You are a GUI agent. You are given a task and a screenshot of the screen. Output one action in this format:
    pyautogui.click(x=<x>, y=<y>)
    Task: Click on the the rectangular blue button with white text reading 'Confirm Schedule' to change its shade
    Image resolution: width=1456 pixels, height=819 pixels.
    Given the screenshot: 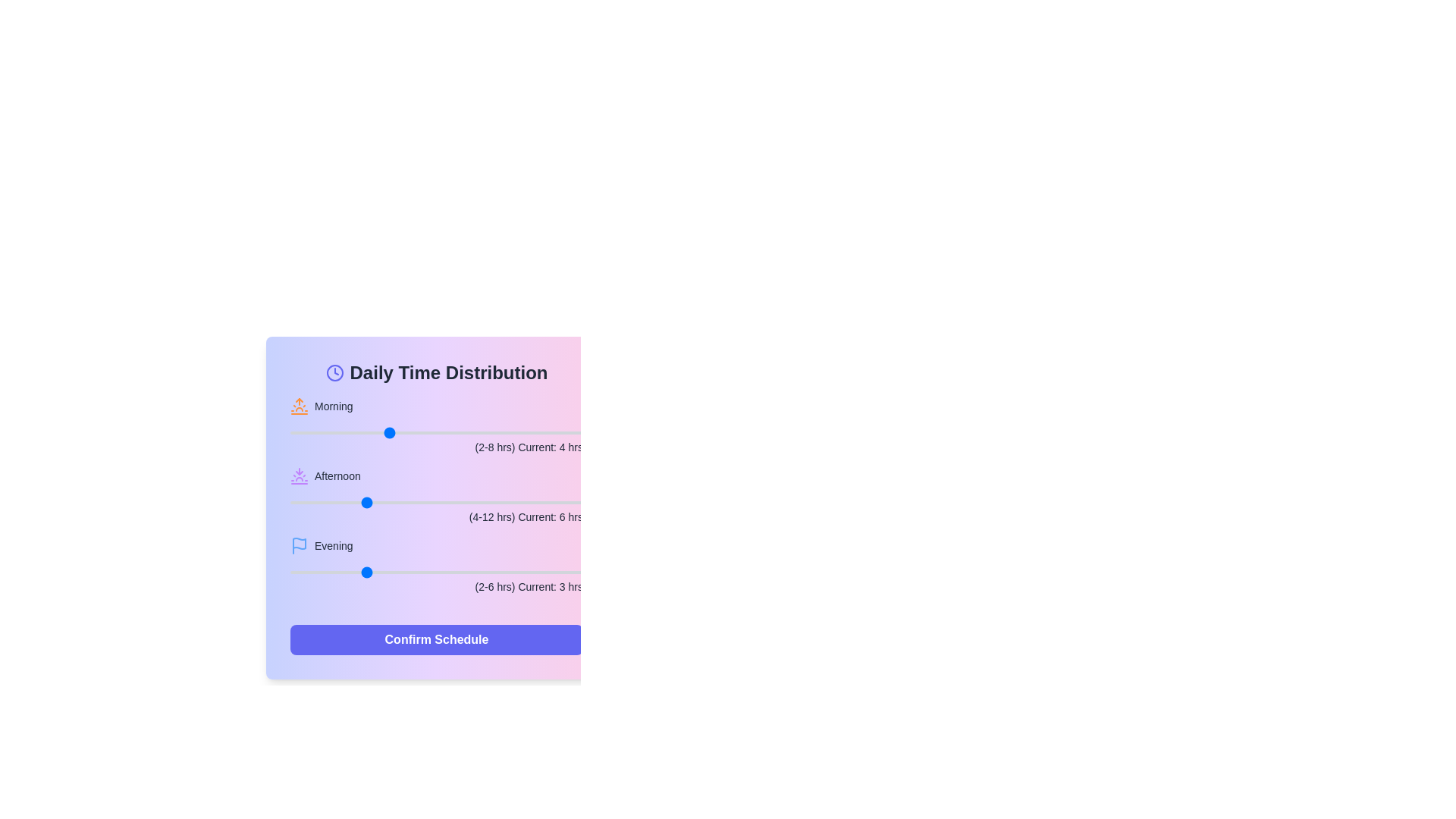 What is the action you would take?
    pyautogui.click(x=436, y=640)
    